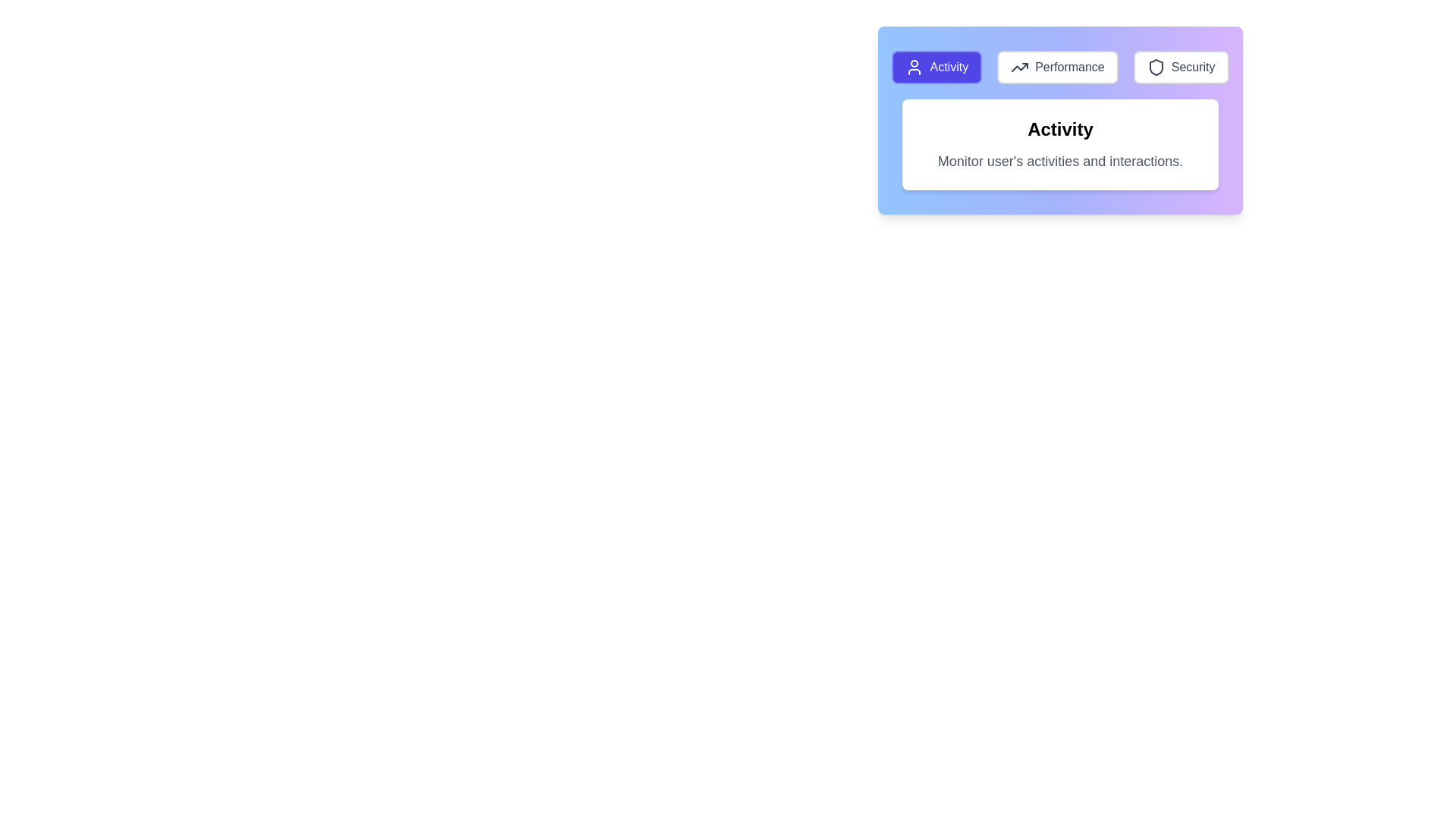 This screenshot has width=1456, height=819. I want to click on the 'Performance' navigation button, so click(1059, 66).